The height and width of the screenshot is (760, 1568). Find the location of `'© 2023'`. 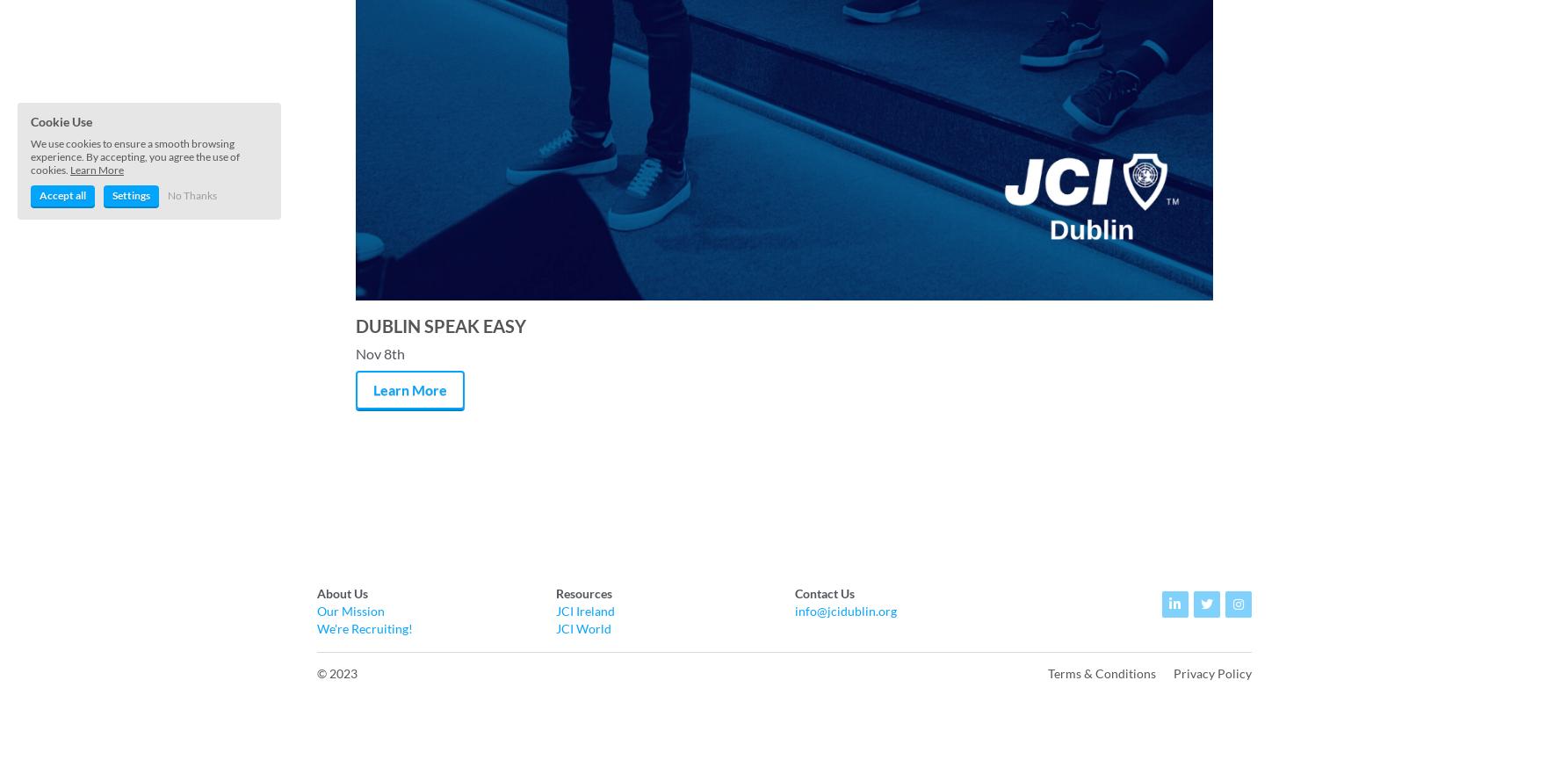

'© 2023' is located at coordinates (336, 671).